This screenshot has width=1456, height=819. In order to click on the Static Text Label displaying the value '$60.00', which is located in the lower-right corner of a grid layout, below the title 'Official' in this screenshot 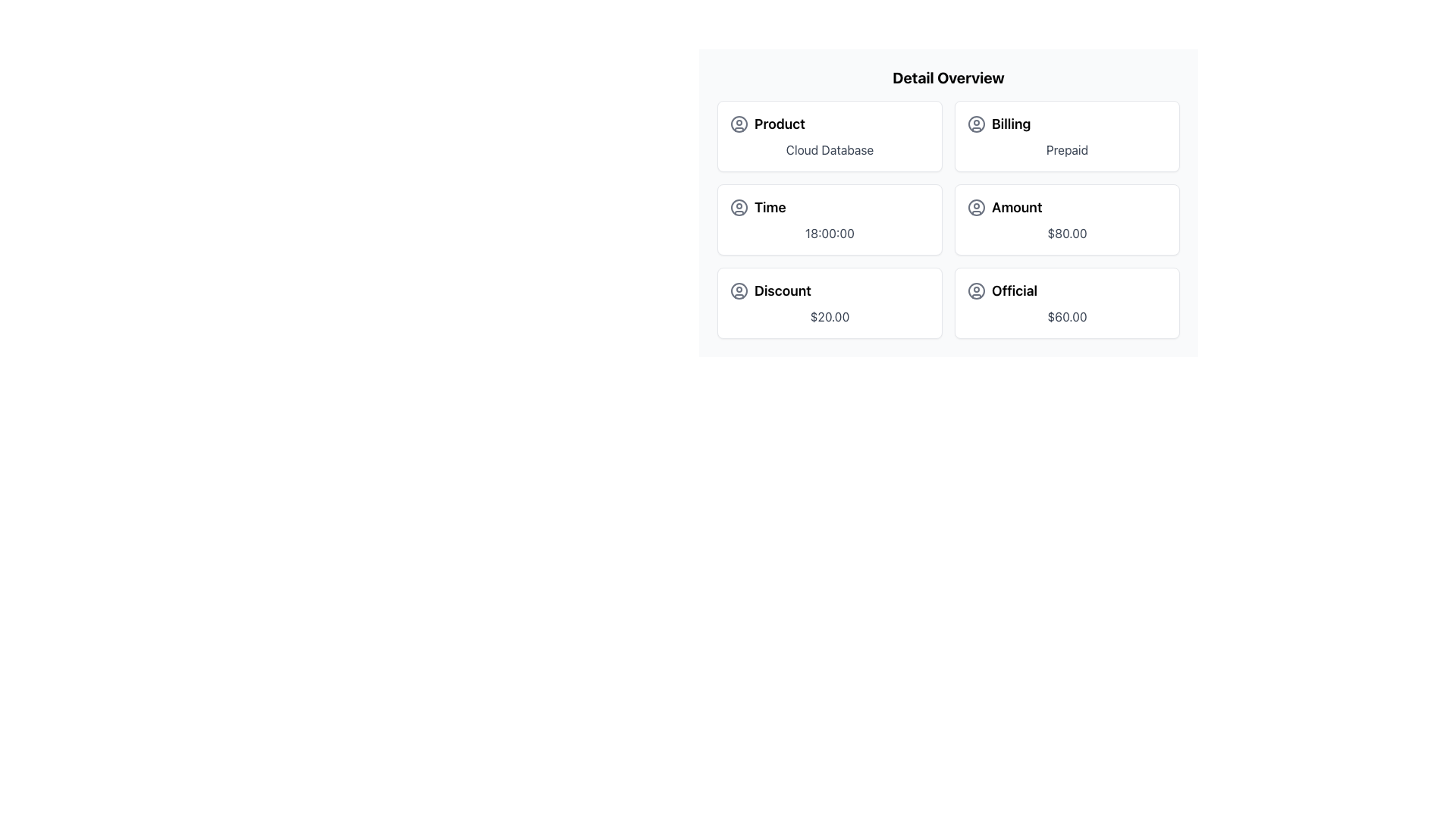, I will do `click(1066, 315)`.